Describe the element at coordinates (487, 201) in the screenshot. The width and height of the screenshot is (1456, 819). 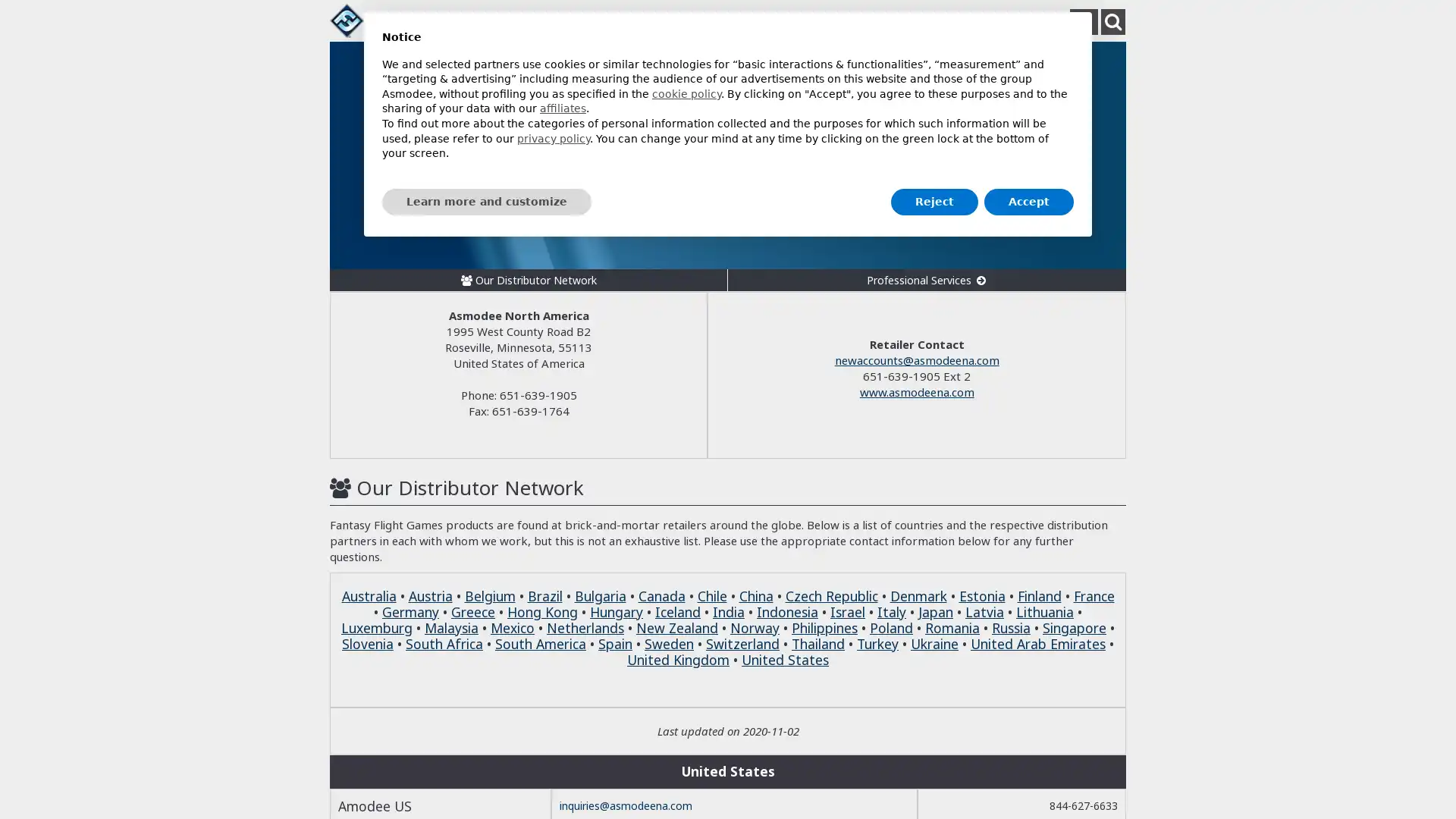
I see `Learn more and customize` at that location.